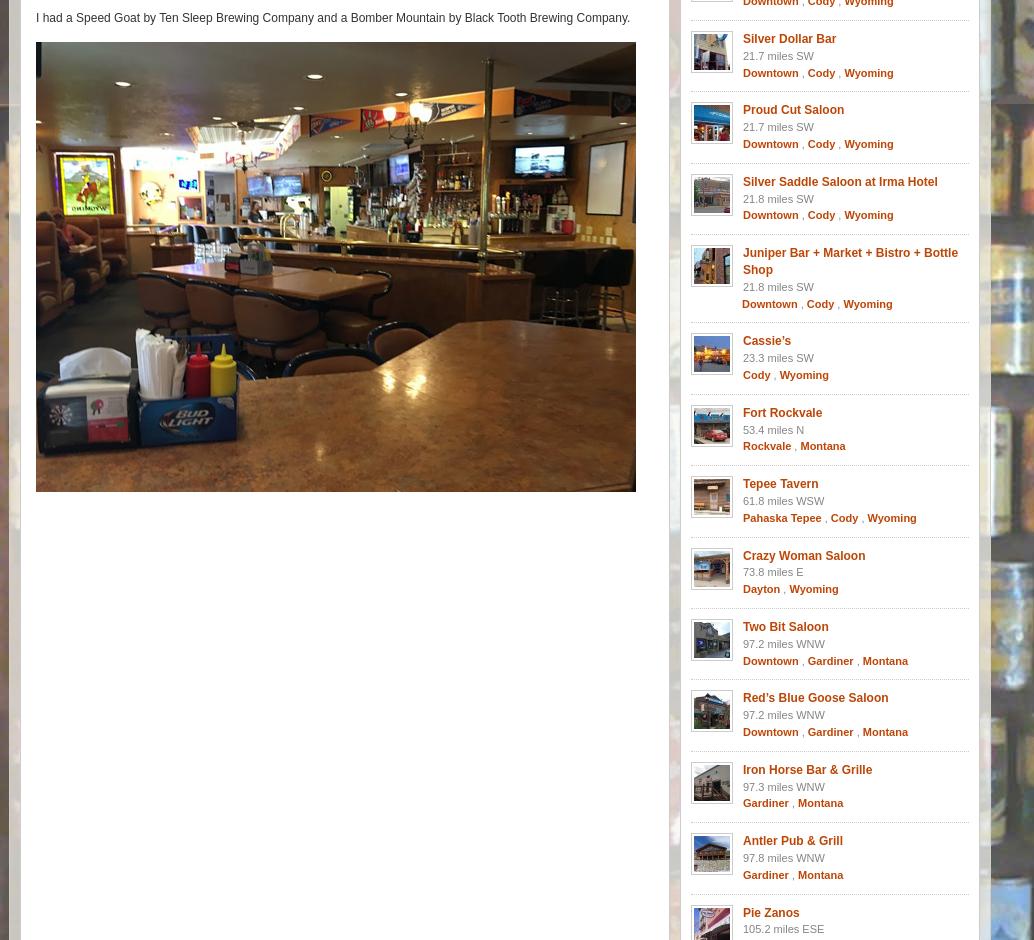 This screenshot has width=1034, height=940. What do you see at coordinates (814, 697) in the screenshot?
I see `'Red’s Blue Goose Saloon'` at bounding box center [814, 697].